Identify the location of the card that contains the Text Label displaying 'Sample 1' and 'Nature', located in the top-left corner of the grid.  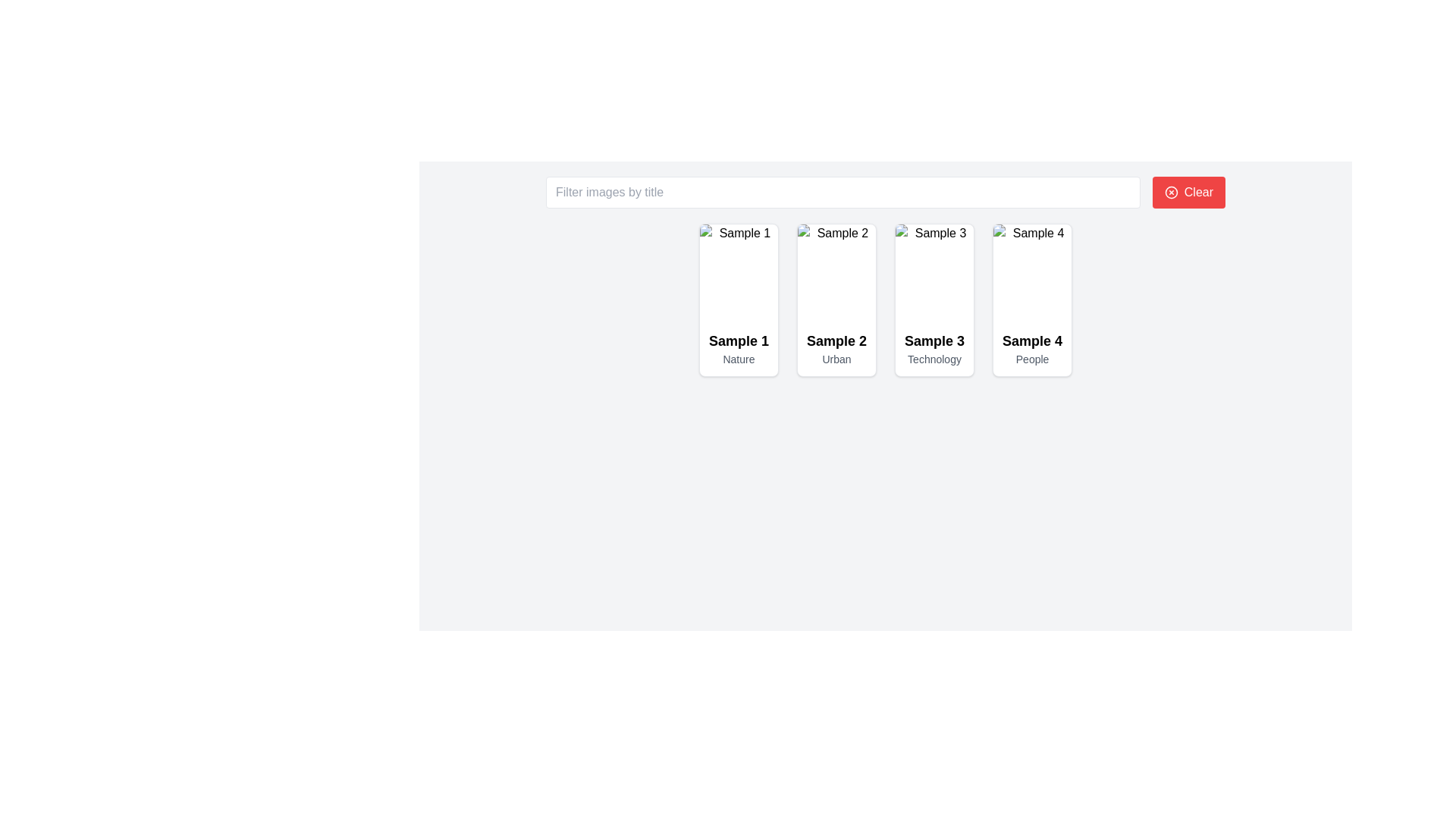
(739, 348).